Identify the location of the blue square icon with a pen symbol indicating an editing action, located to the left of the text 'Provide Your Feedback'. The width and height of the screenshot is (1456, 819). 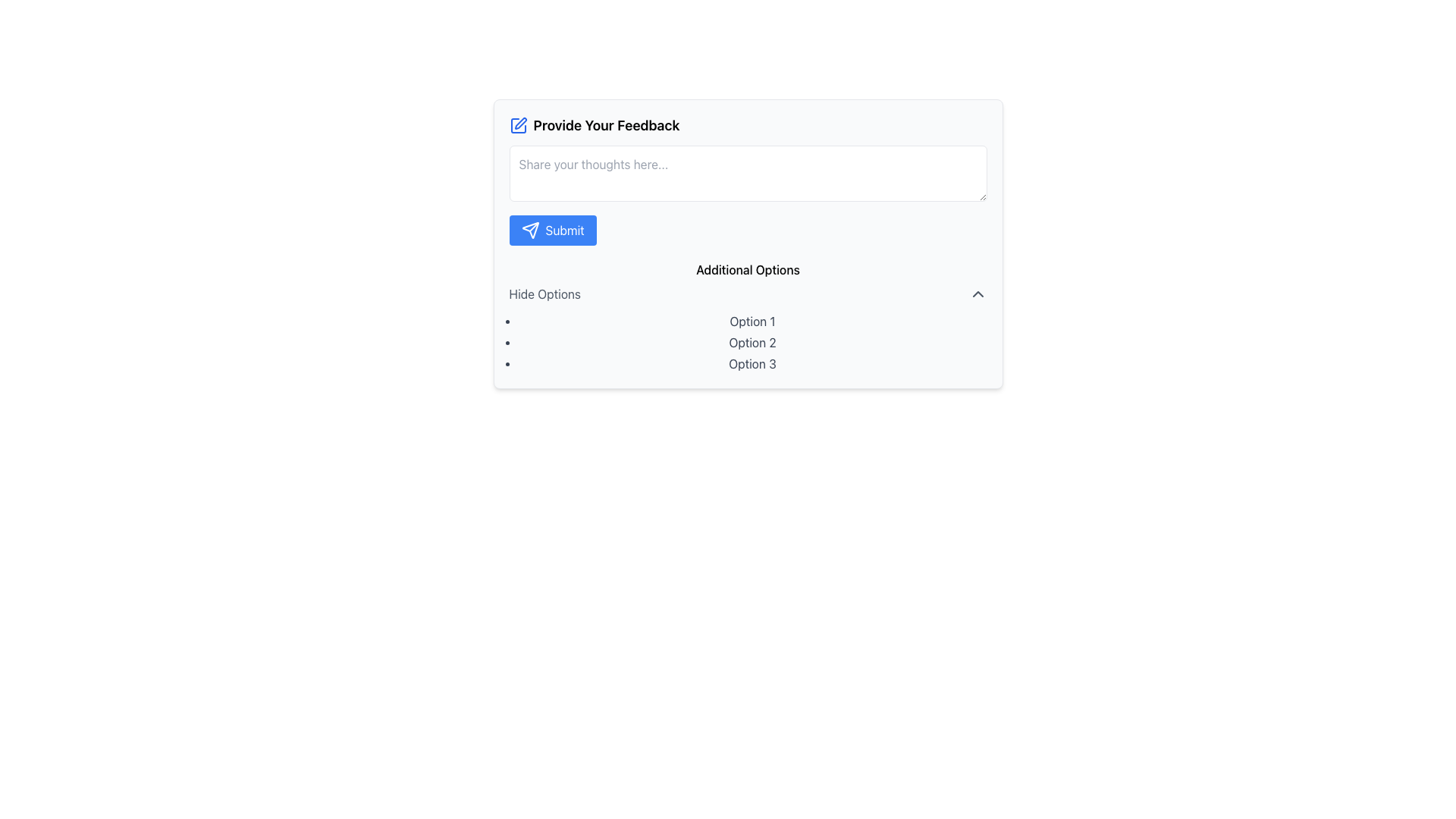
(518, 124).